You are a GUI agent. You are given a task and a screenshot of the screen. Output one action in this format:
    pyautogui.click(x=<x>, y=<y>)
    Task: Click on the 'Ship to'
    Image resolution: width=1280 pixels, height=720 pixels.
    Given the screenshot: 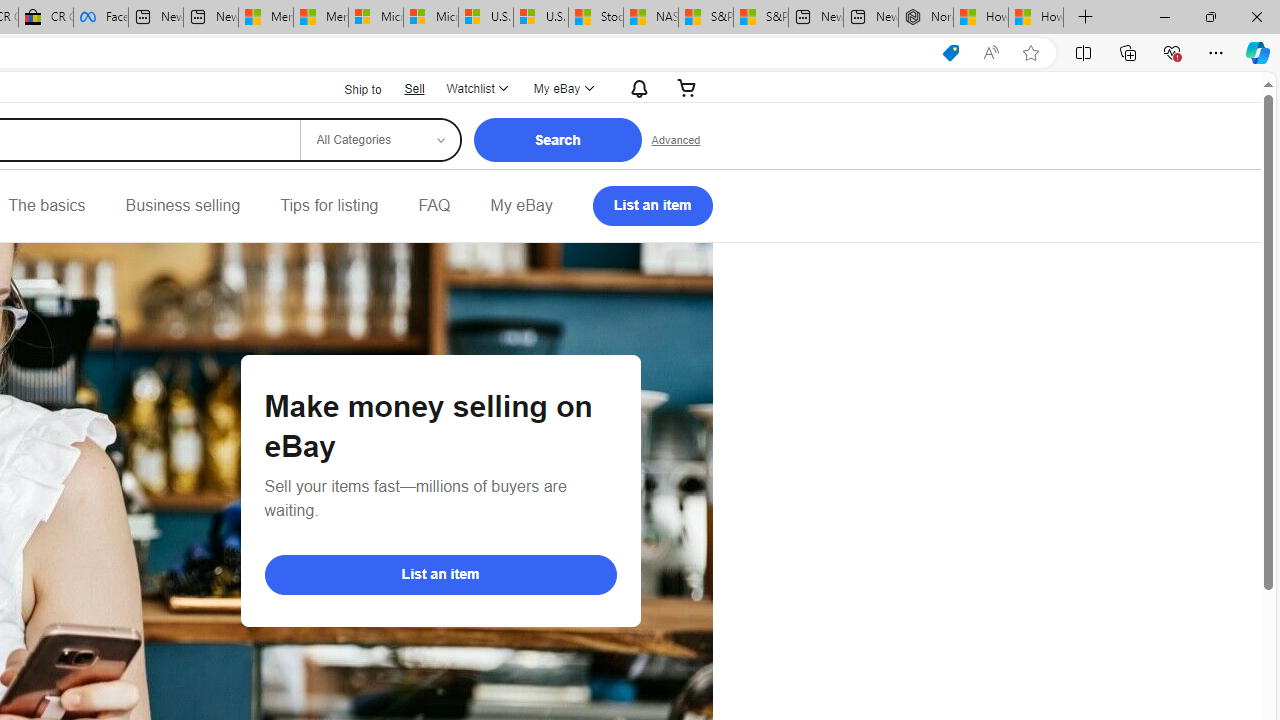 What is the action you would take?
    pyautogui.click(x=350, y=87)
    